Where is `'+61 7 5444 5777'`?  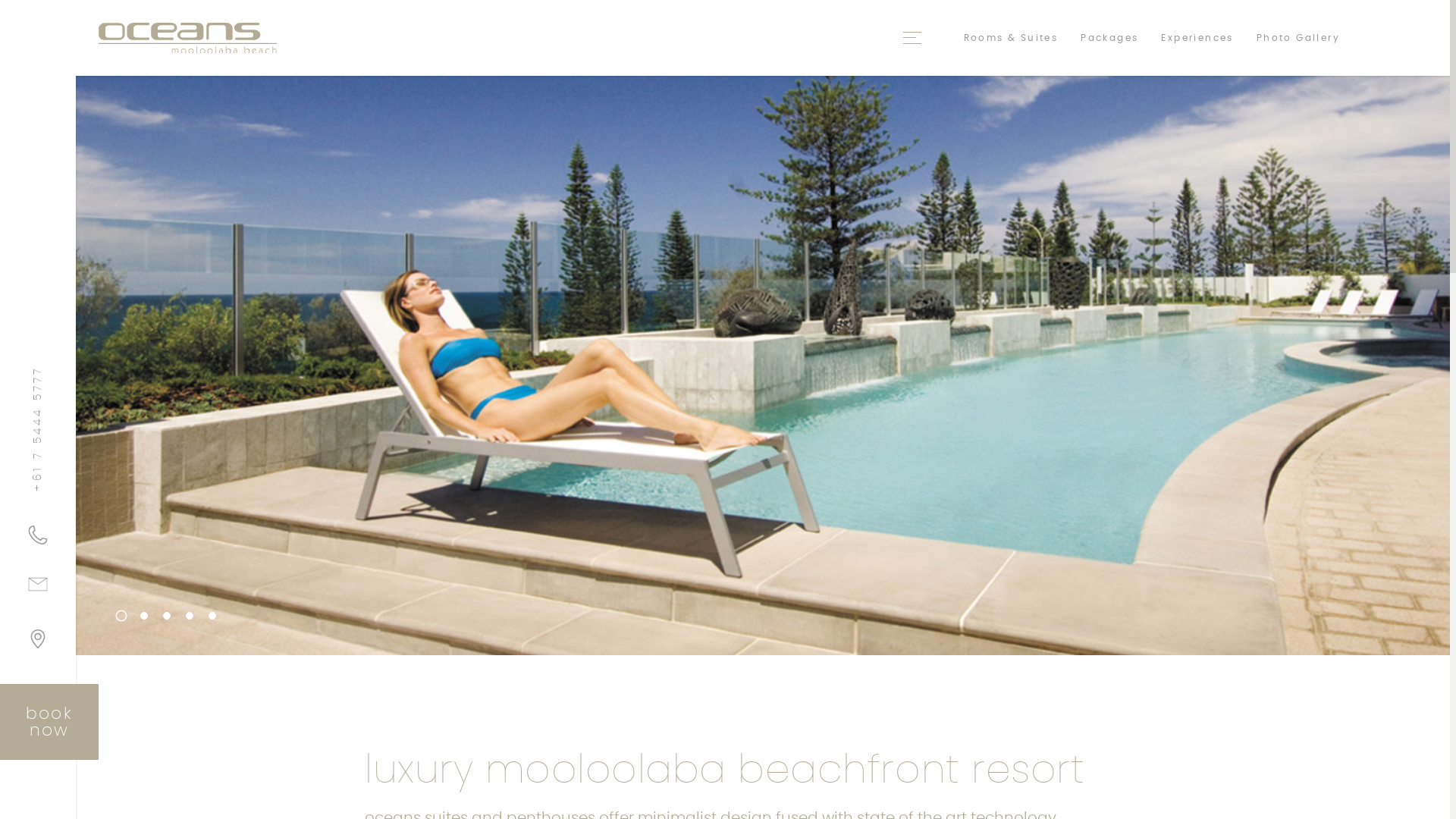
'+61 7 5444 5777' is located at coordinates (38, 534).